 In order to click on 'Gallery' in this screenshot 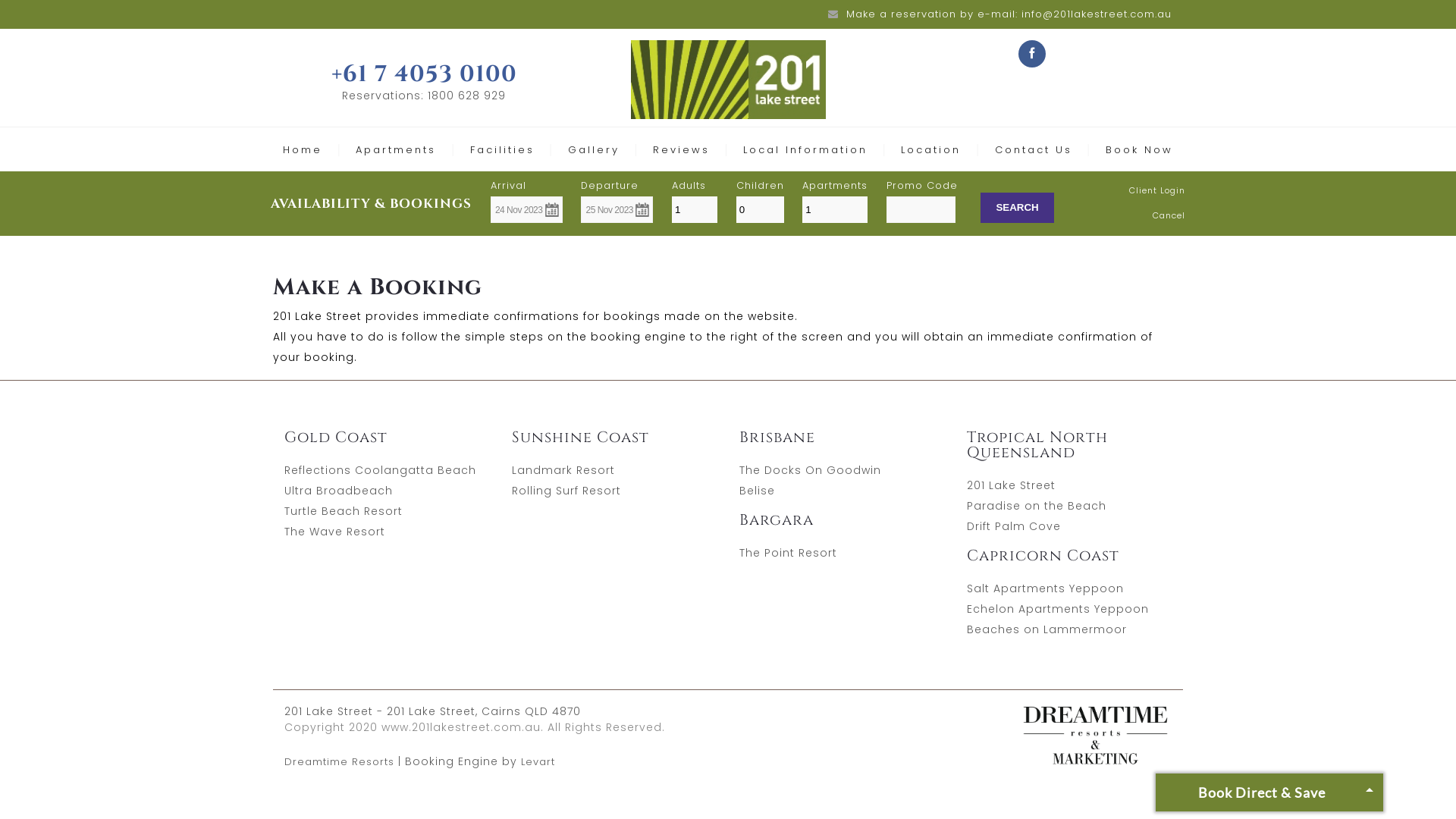, I will do `click(592, 149)`.